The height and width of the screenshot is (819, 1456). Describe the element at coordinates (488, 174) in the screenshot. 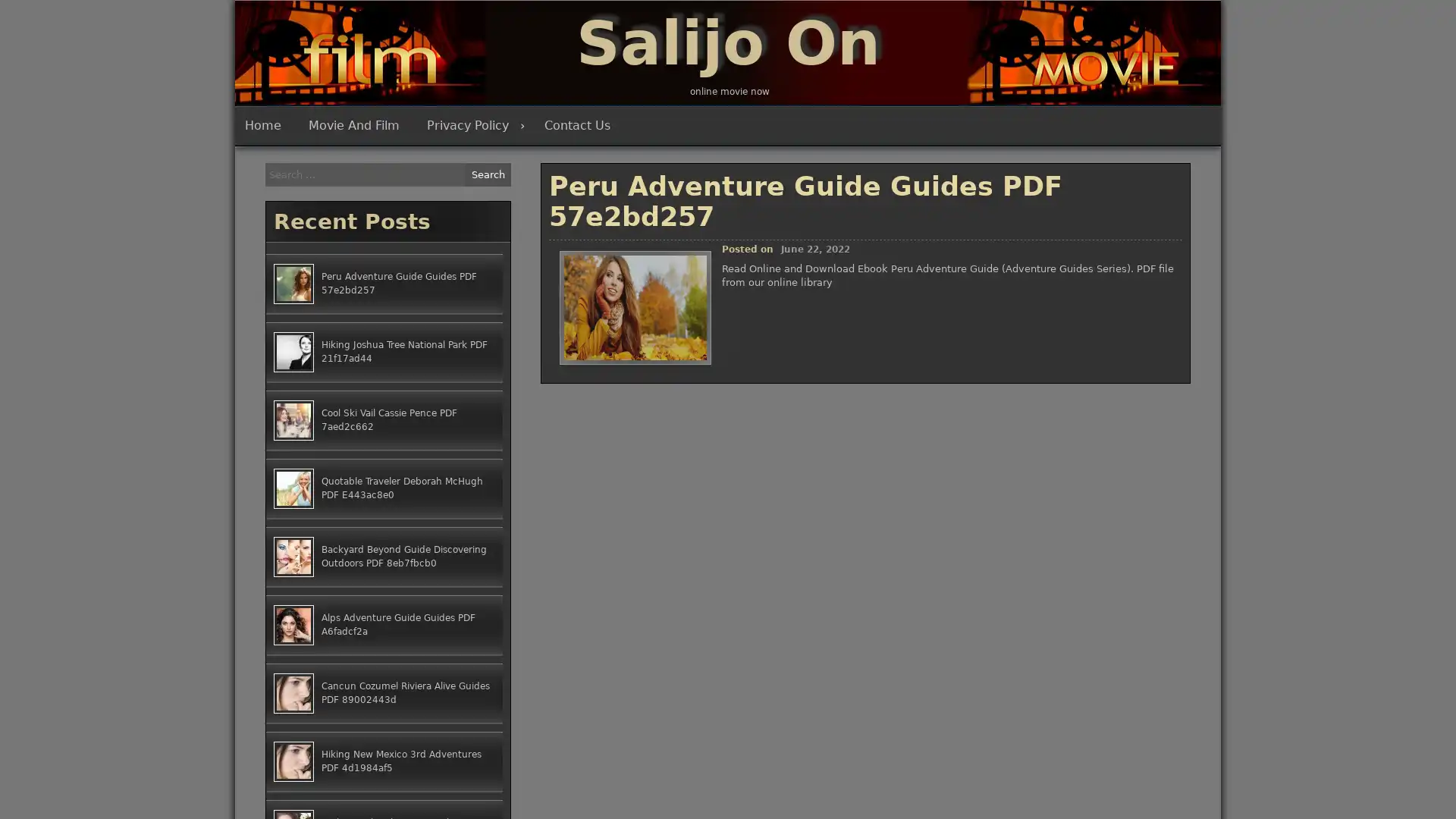

I see `Search` at that location.